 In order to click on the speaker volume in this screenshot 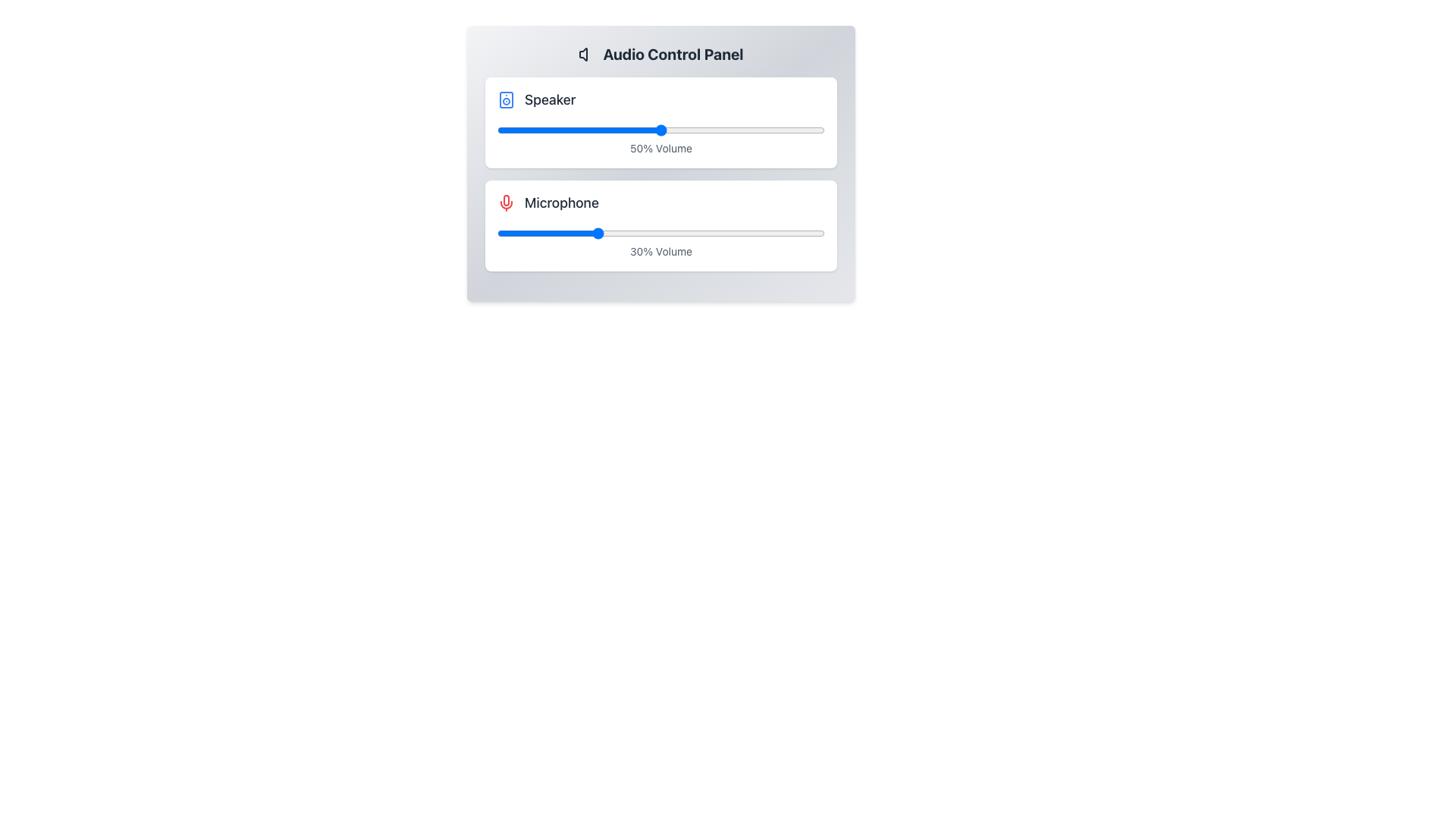, I will do `click(513, 130)`.